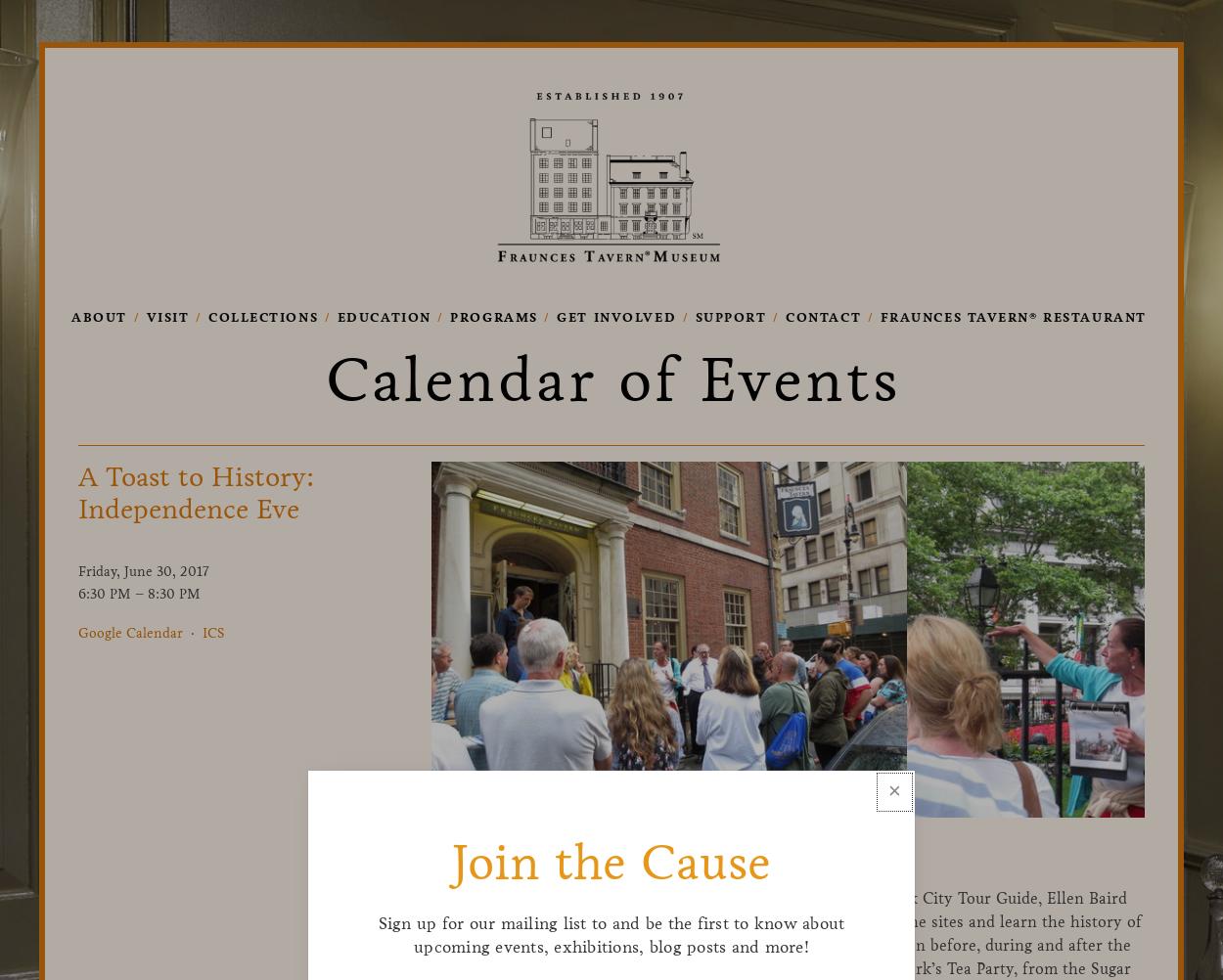 The height and width of the screenshot is (980, 1223). I want to click on 'Visit', so click(167, 316).